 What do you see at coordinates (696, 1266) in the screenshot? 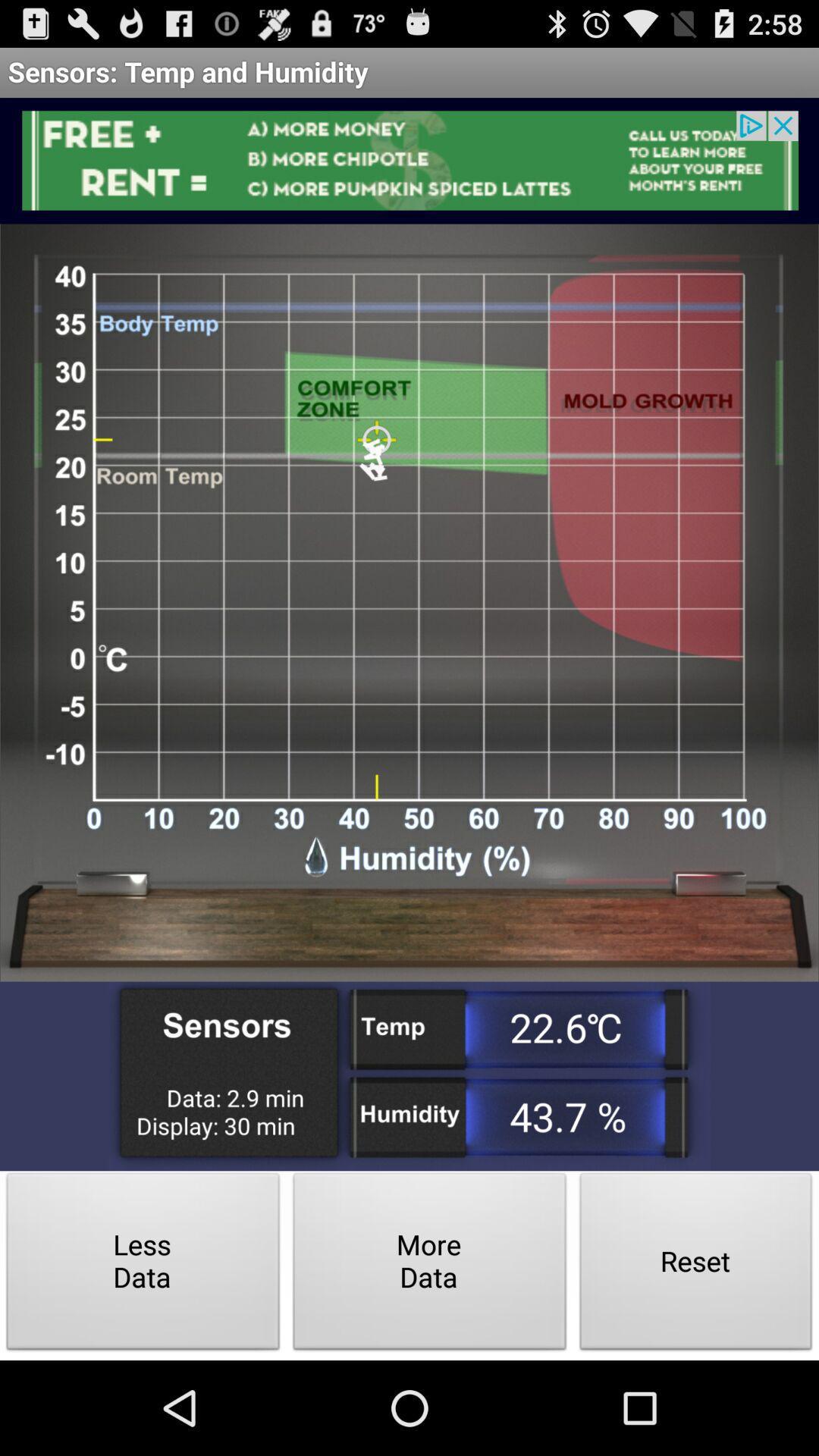
I see `button at the bottom right corner` at bounding box center [696, 1266].